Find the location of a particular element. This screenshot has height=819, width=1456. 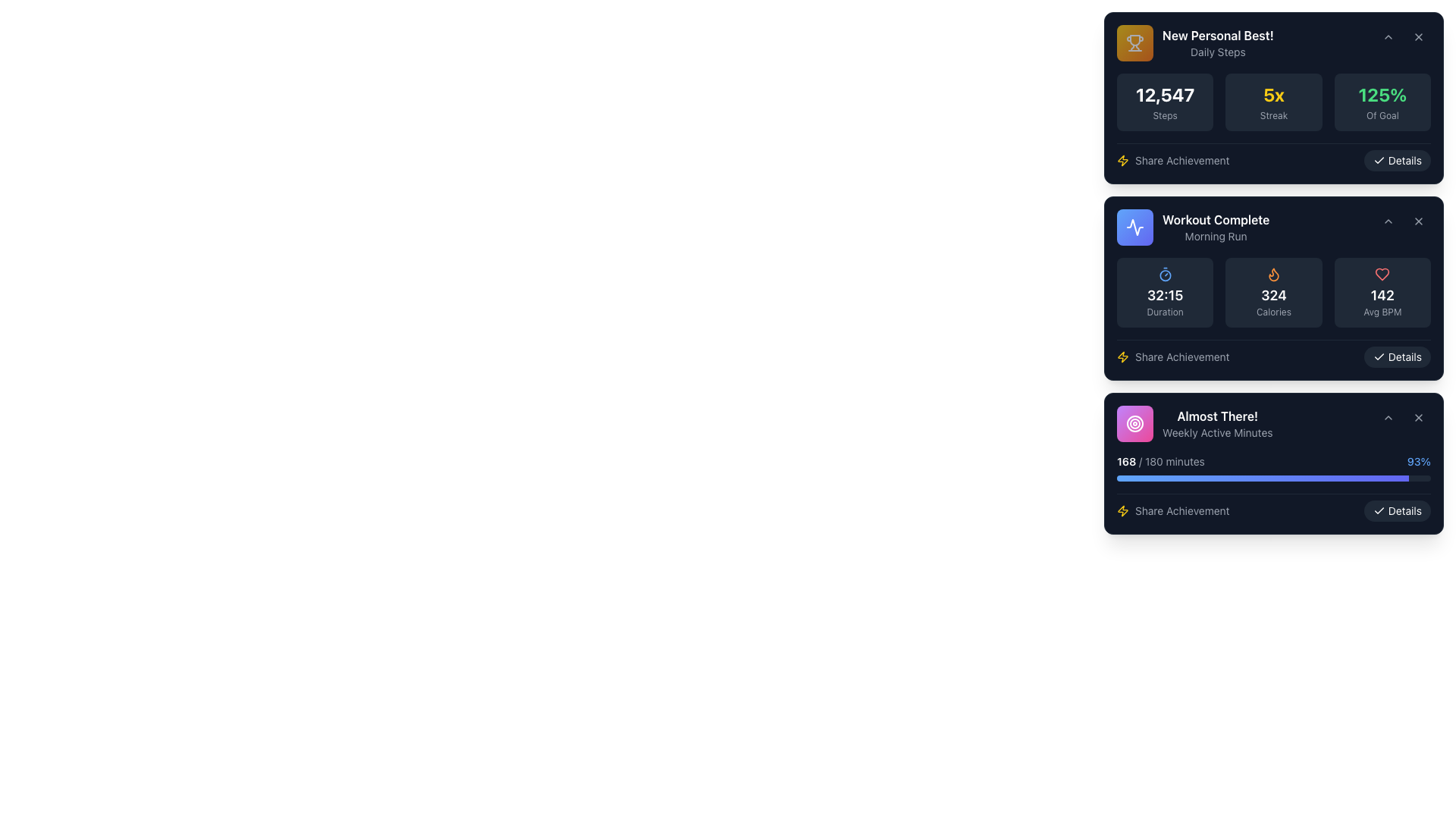

fitness statistics displayed in the Information display section located within the 'New Personal Best!' card, specifically in the metrics section just below the header is located at coordinates (1274, 121).